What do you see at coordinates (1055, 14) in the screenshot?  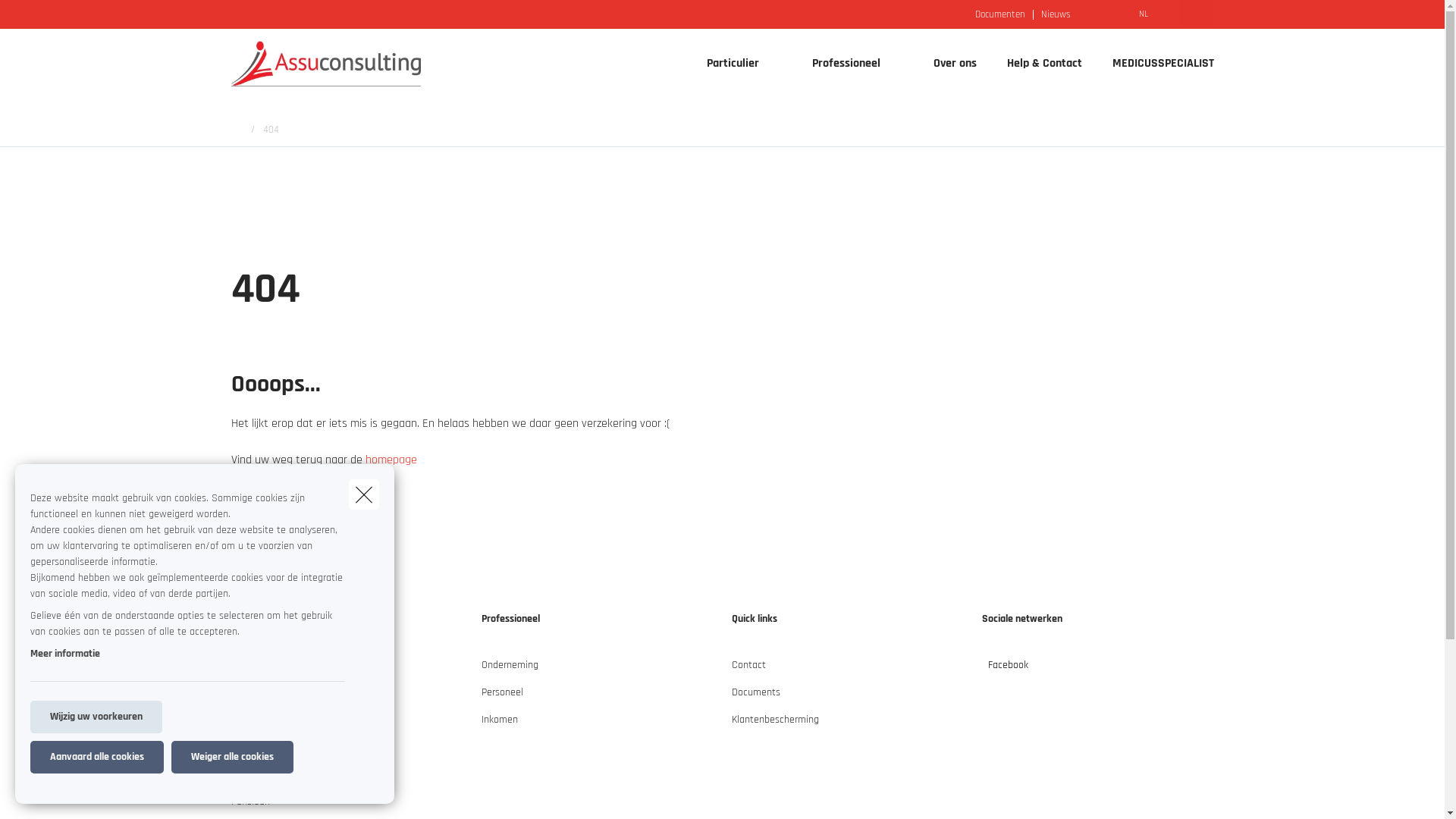 I see `'Nieuws'` at bounding box center [1055, 14].